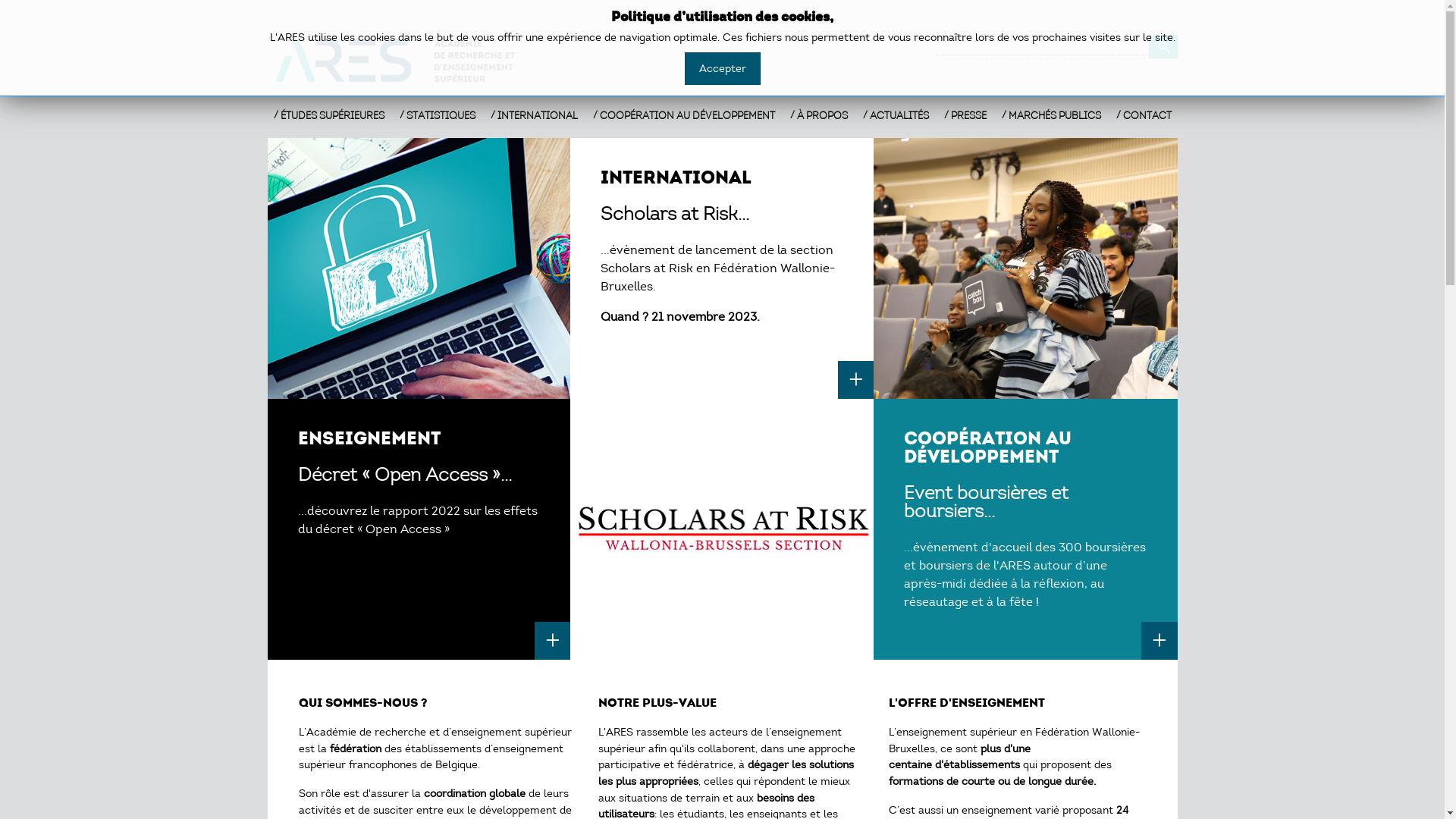 The height and width of the screenshot is (819, 1456). Describe the element at coordinates (403, 59) in the screenshot. I see `'Ares-ac.be'` at that location.